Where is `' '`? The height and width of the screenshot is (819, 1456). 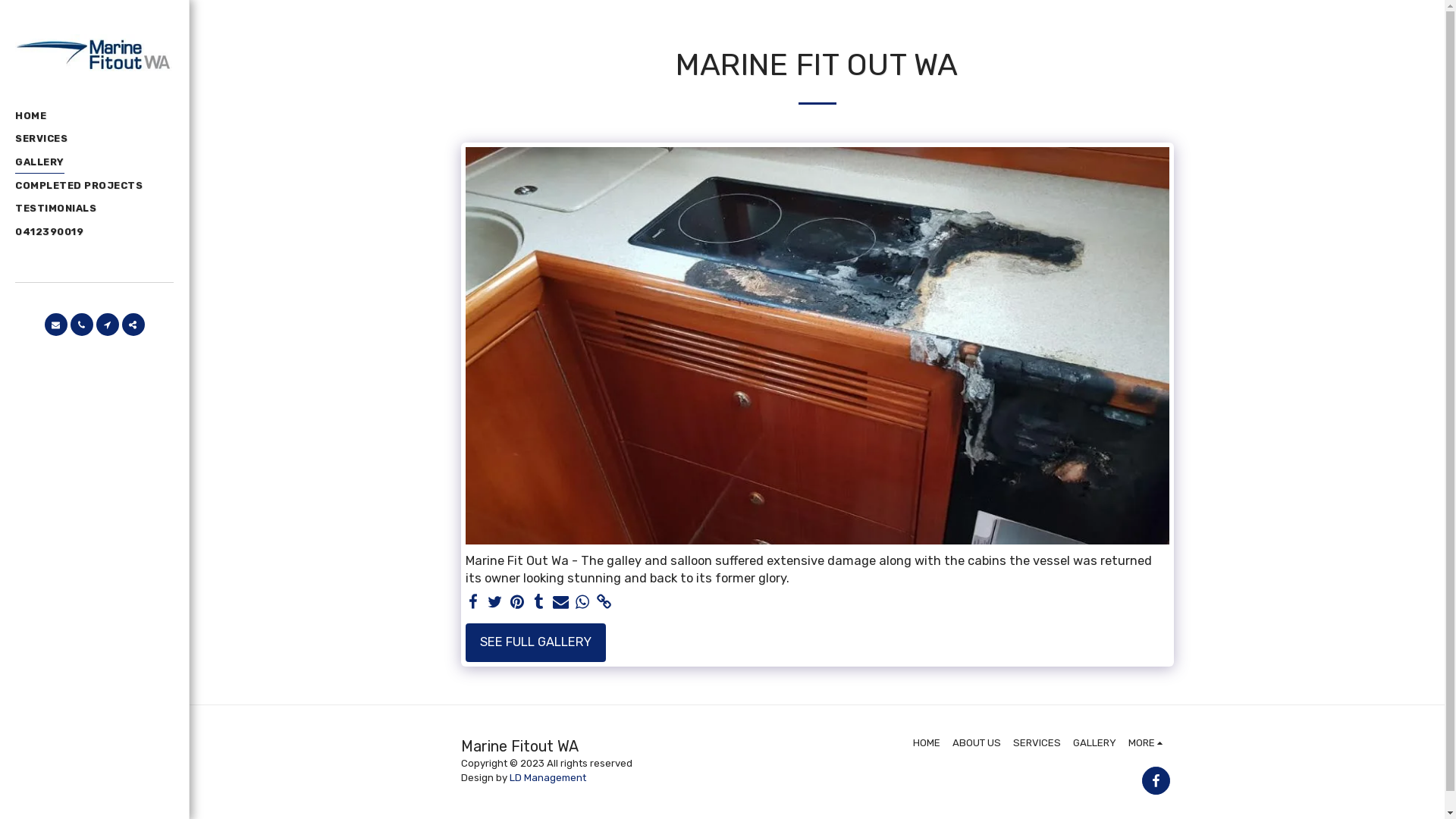 ' ' is located at coordinates (509, 601).